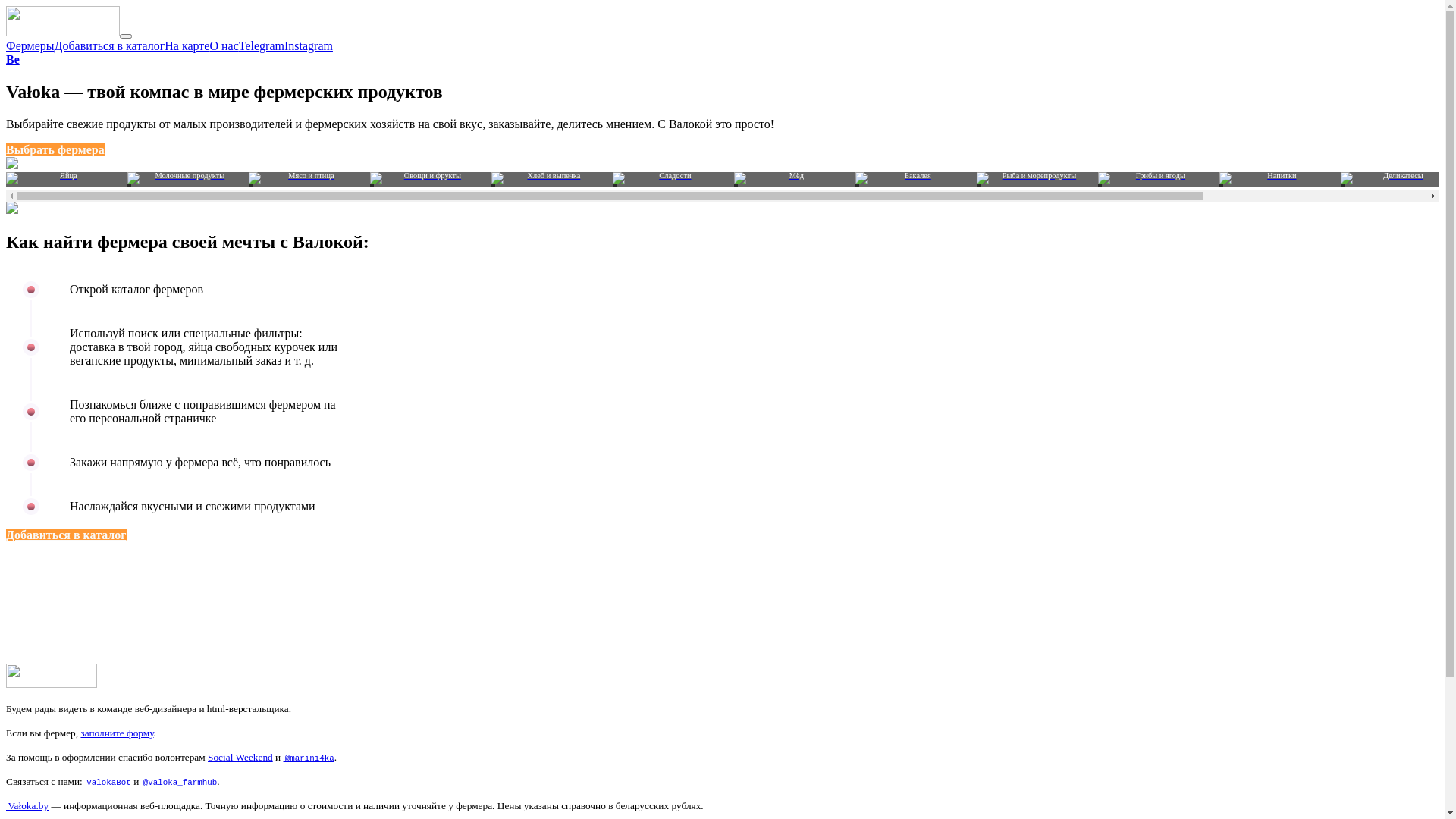  Describe the element at coordinates (13, 58) in the screenshot. I see `'Be'` at that location.